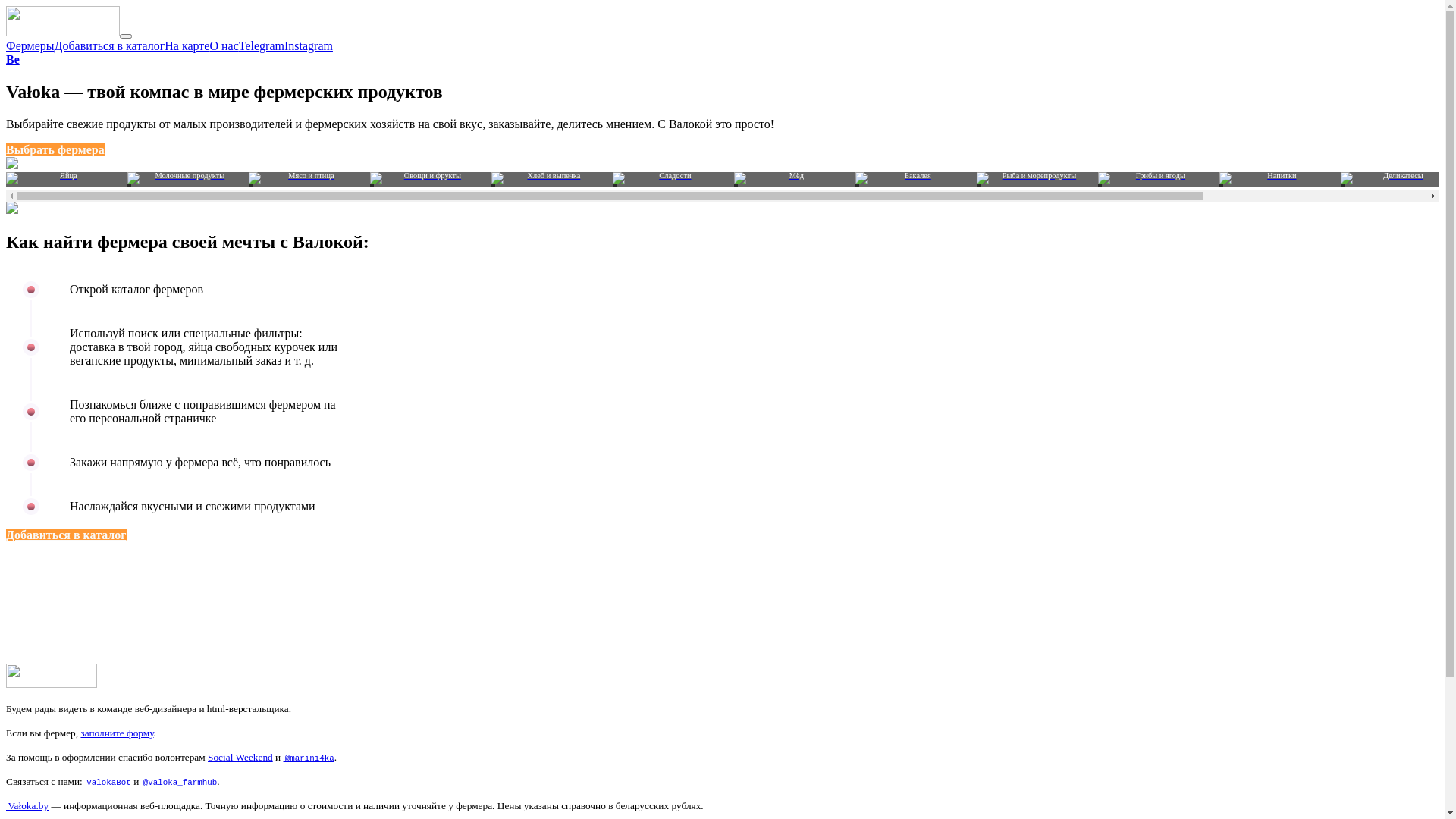  Describe the element at coordinates (13, 58) in the screenshot. I see `'Be'` at that location.